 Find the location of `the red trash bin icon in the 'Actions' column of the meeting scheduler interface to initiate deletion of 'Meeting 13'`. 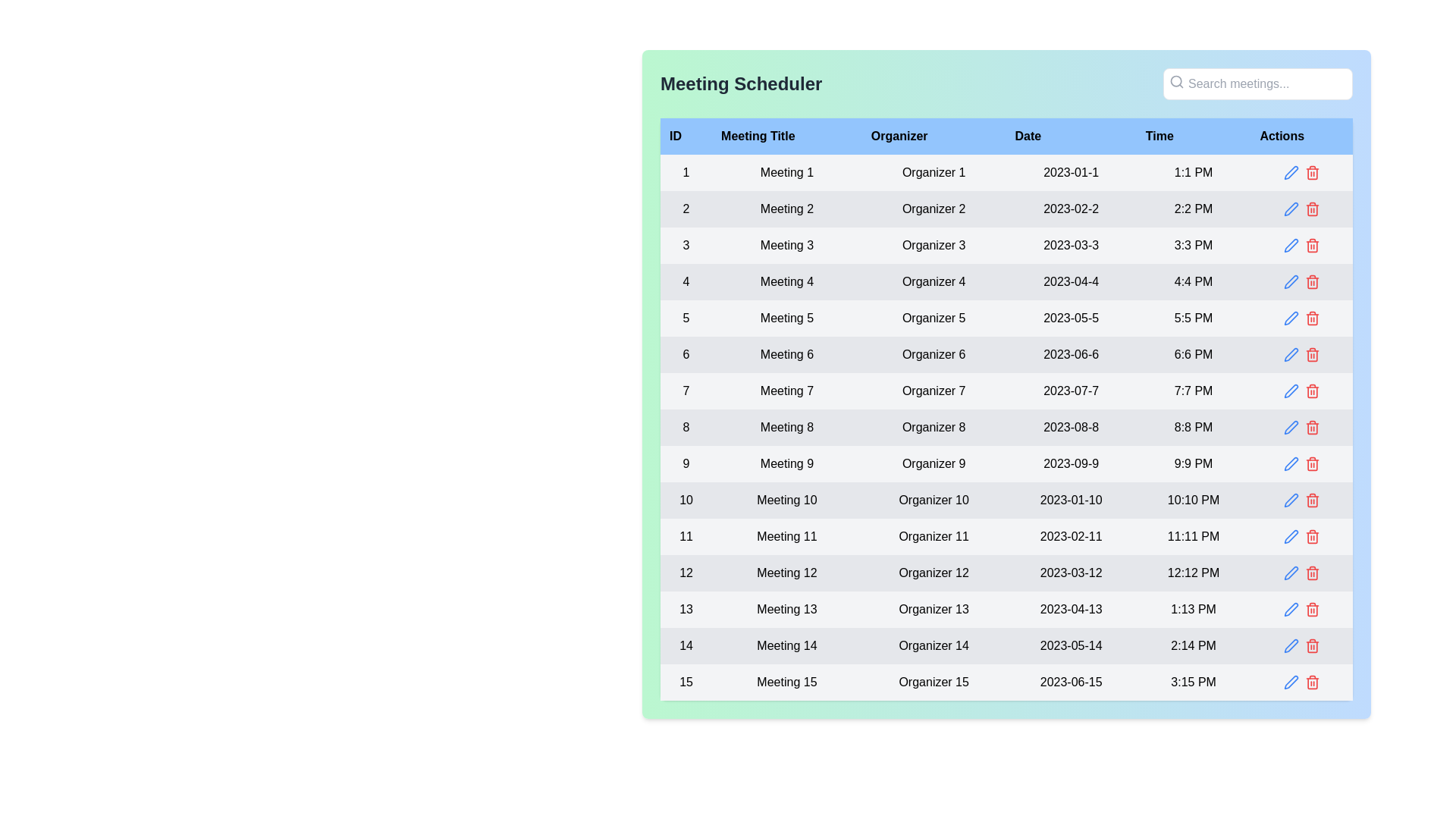

the red trash bin icon in the 'Actions' column of the meeting scheduler interface to initiate deletion of 'Meeting 13' is located at coordinates (1311, 608).